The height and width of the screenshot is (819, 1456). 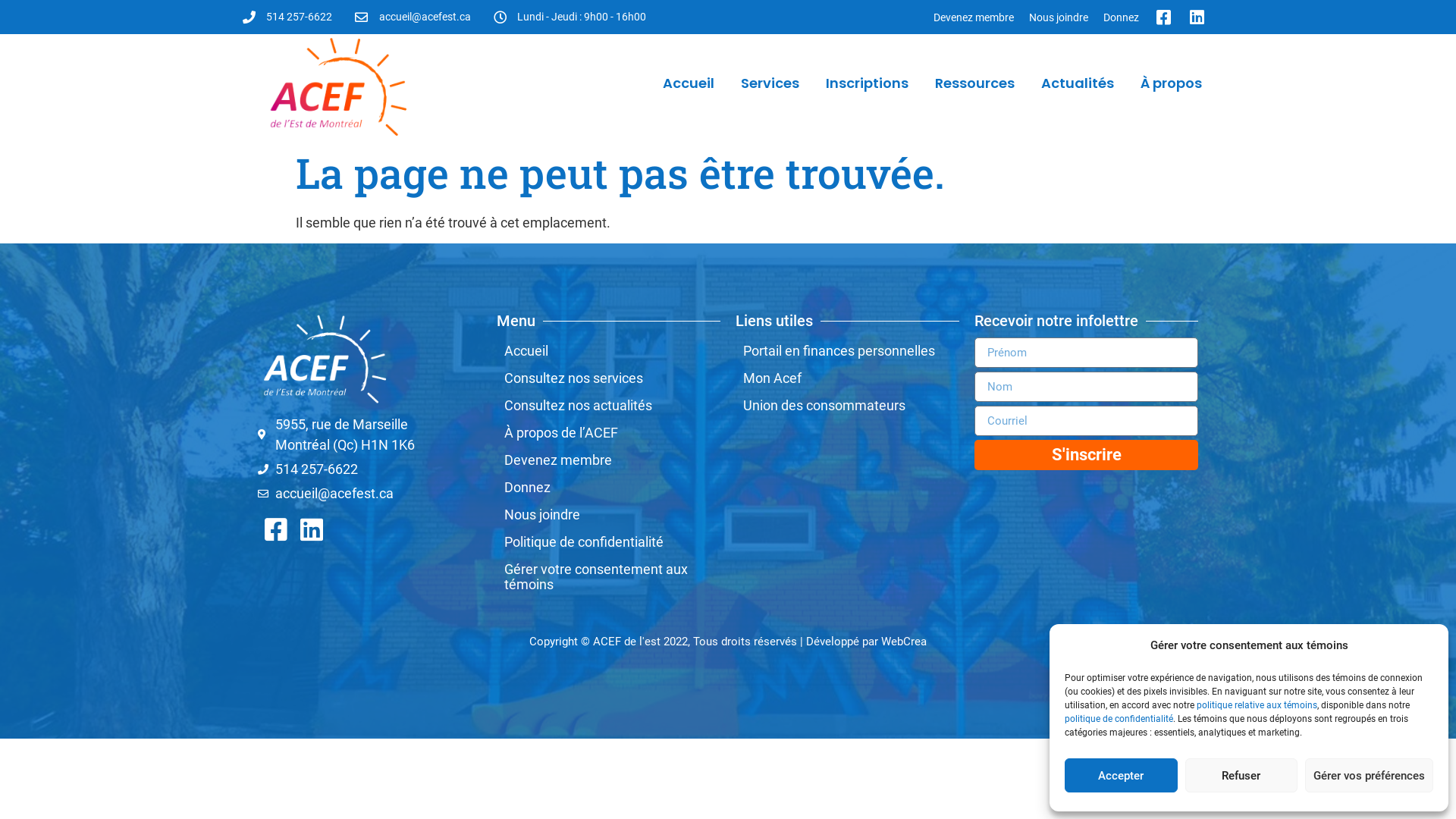 What do you see at coordinates (974, 83) in the screenshot?
I see `'Ressources'` at bounding box center [974, 83].